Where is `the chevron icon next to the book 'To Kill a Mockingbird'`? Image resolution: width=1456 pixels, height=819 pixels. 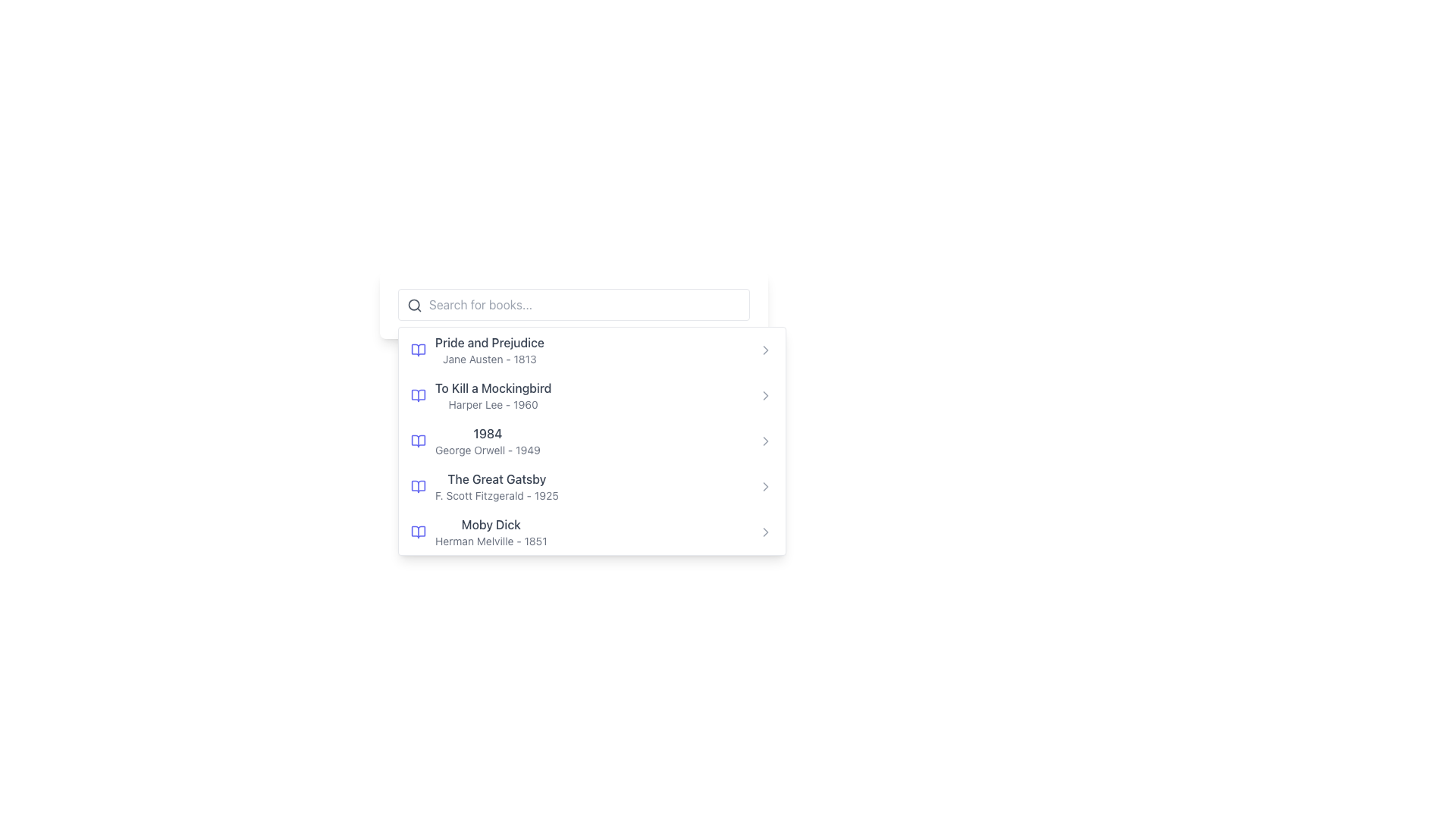 the chevron icon next to the book 'To Kill a Mockingbird' is located at coordinates (765, 394).